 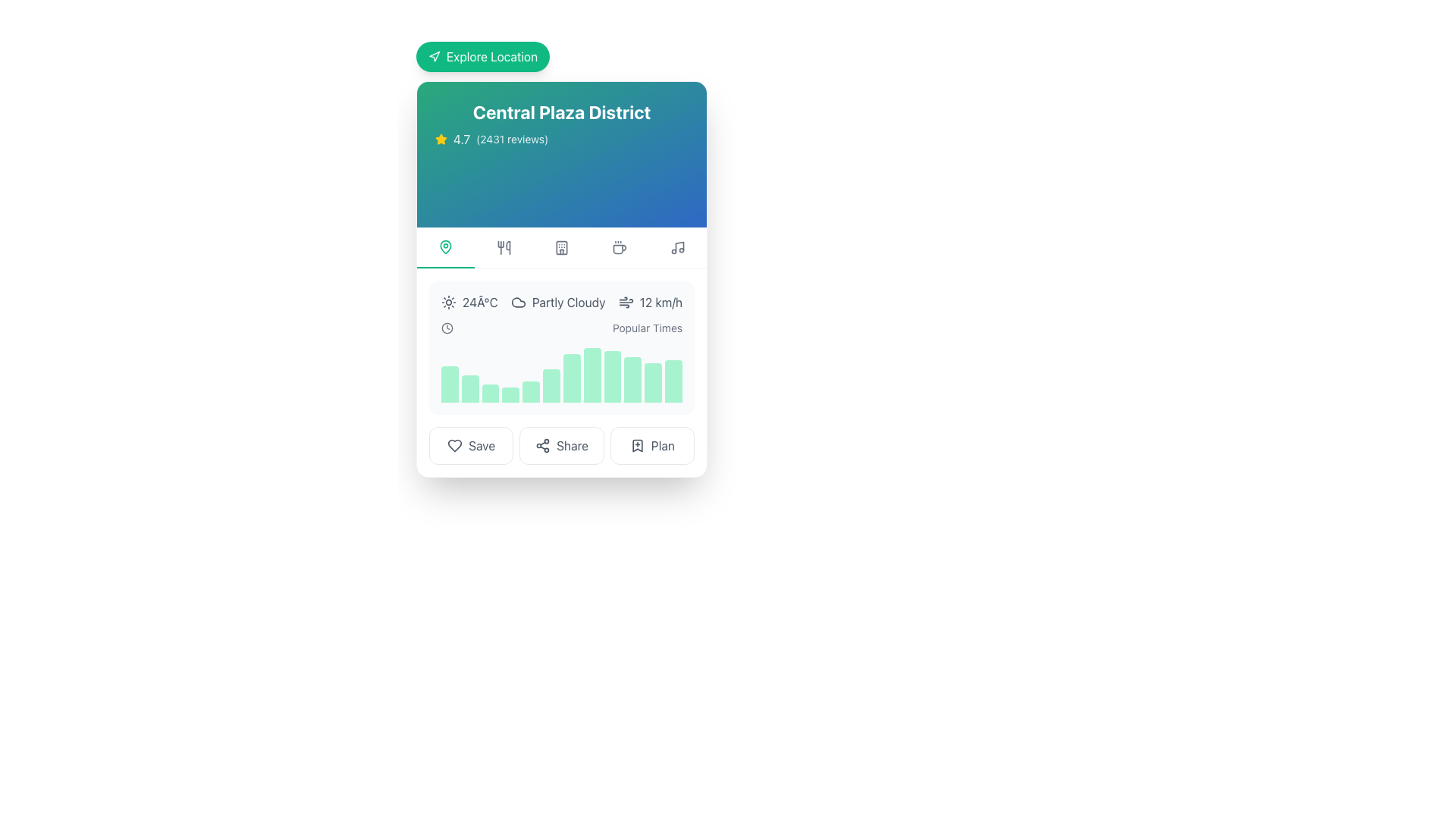 What do you see at coordinates (620, 249) in the screenshot?
I see `the coffee cup icon` at bounding box center [620, 249].